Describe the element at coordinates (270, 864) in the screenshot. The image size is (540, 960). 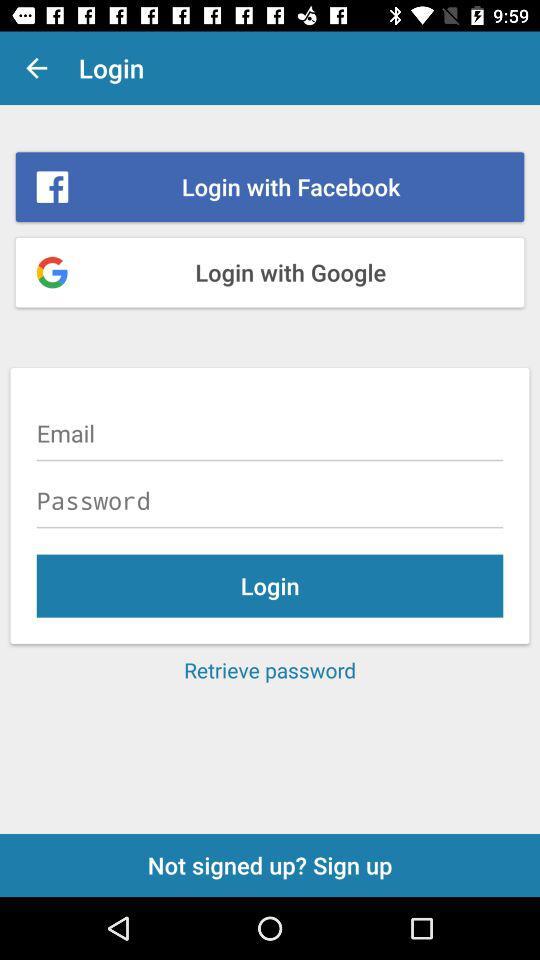
I see `the item below retrieve password icon` at that location.